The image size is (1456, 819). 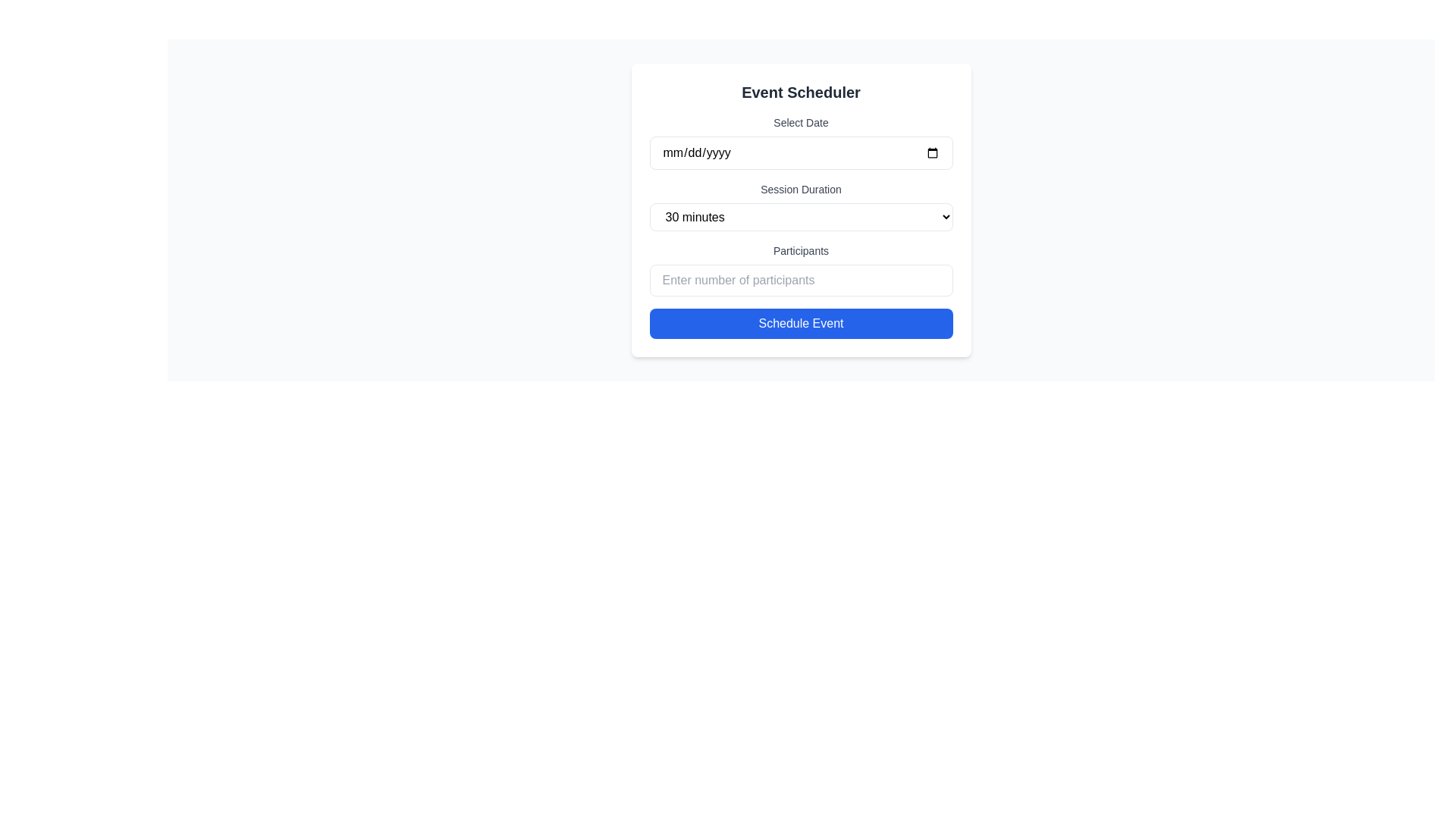 What do you see at coordinates (800, 93) in the screenshot?
I see `the text label stating 'Event Scheduler', which is prominently displayed at the top of a card-like component` at bounding box center [800, 93].